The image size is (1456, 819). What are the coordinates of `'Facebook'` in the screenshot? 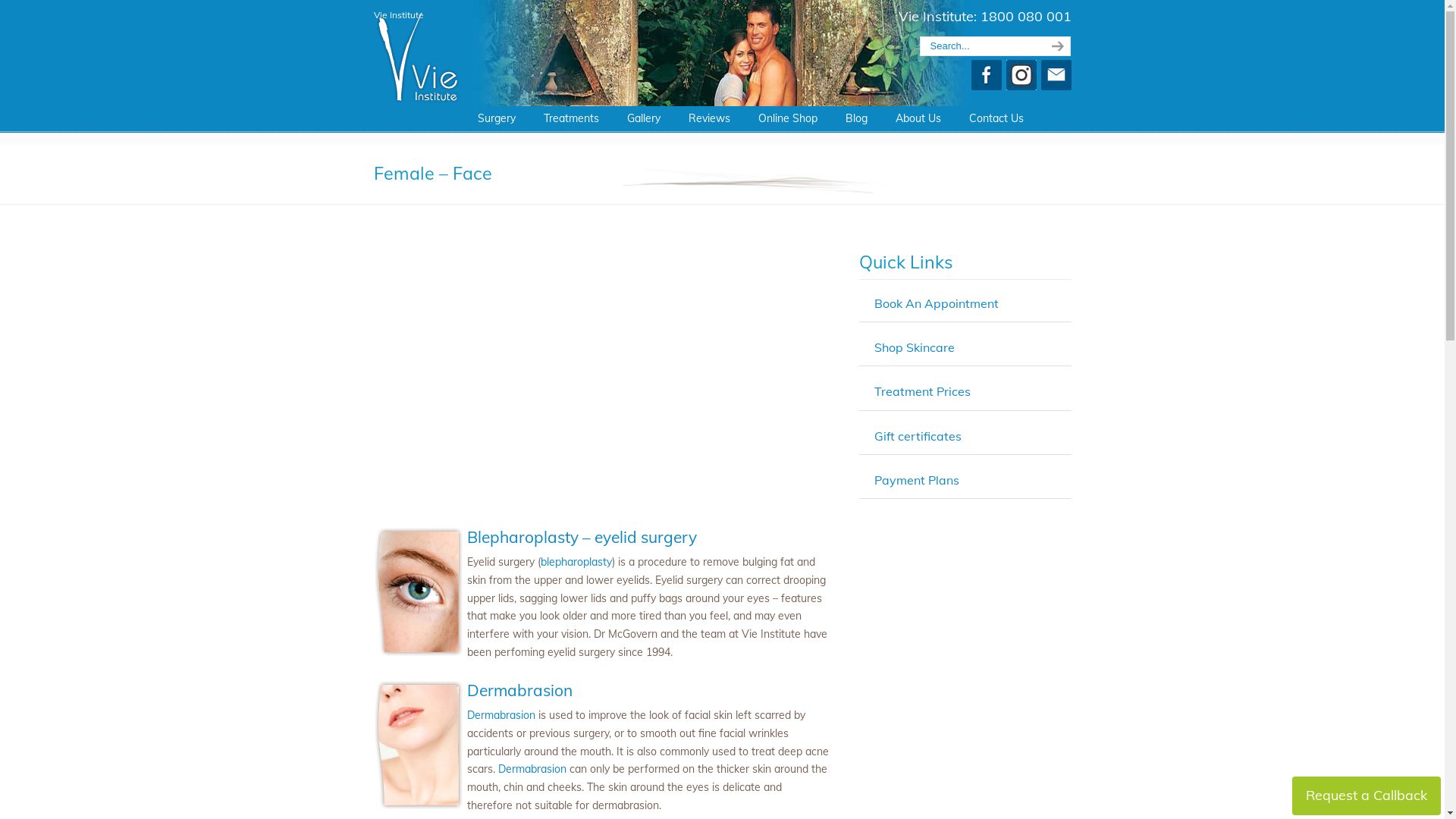 It's located at (986, 86).